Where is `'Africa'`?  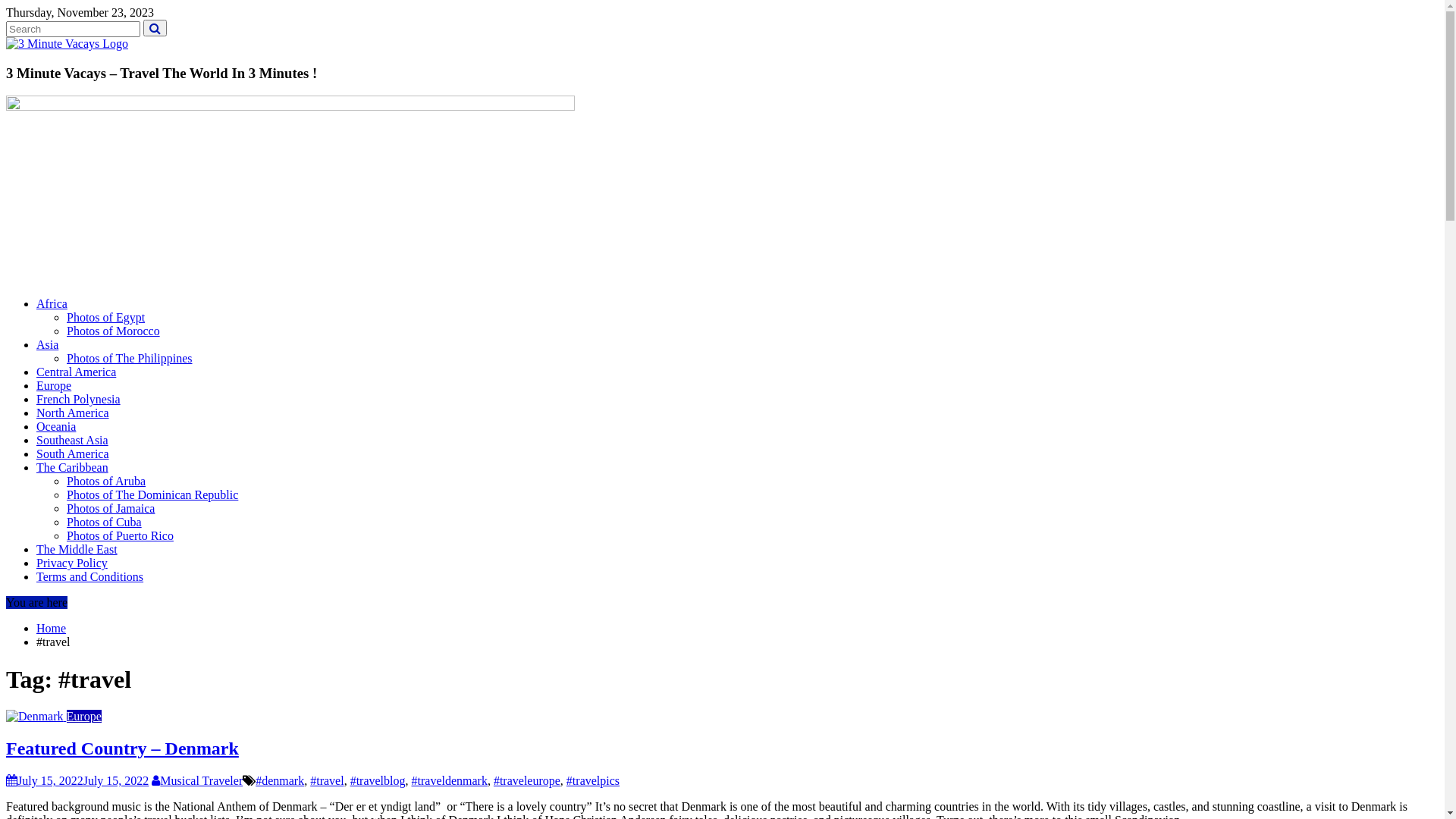 'Africa' is located at coordinates (52, 303).